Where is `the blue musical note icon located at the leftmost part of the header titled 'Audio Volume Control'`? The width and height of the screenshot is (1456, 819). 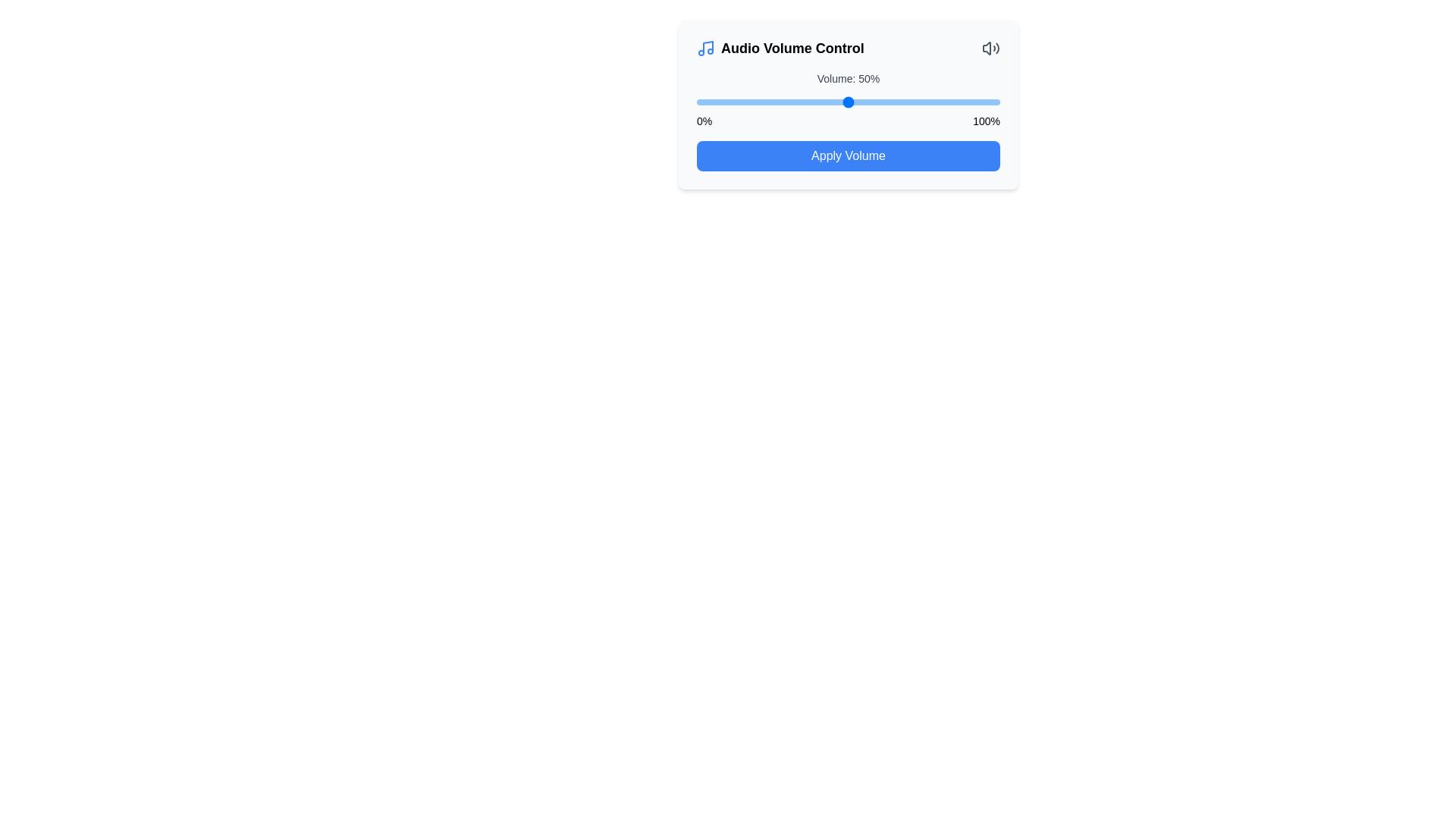
the blue musical note icon located at the leftmost part of the header titled 'Audio Volume Control' is located at coordinates (705, 48).